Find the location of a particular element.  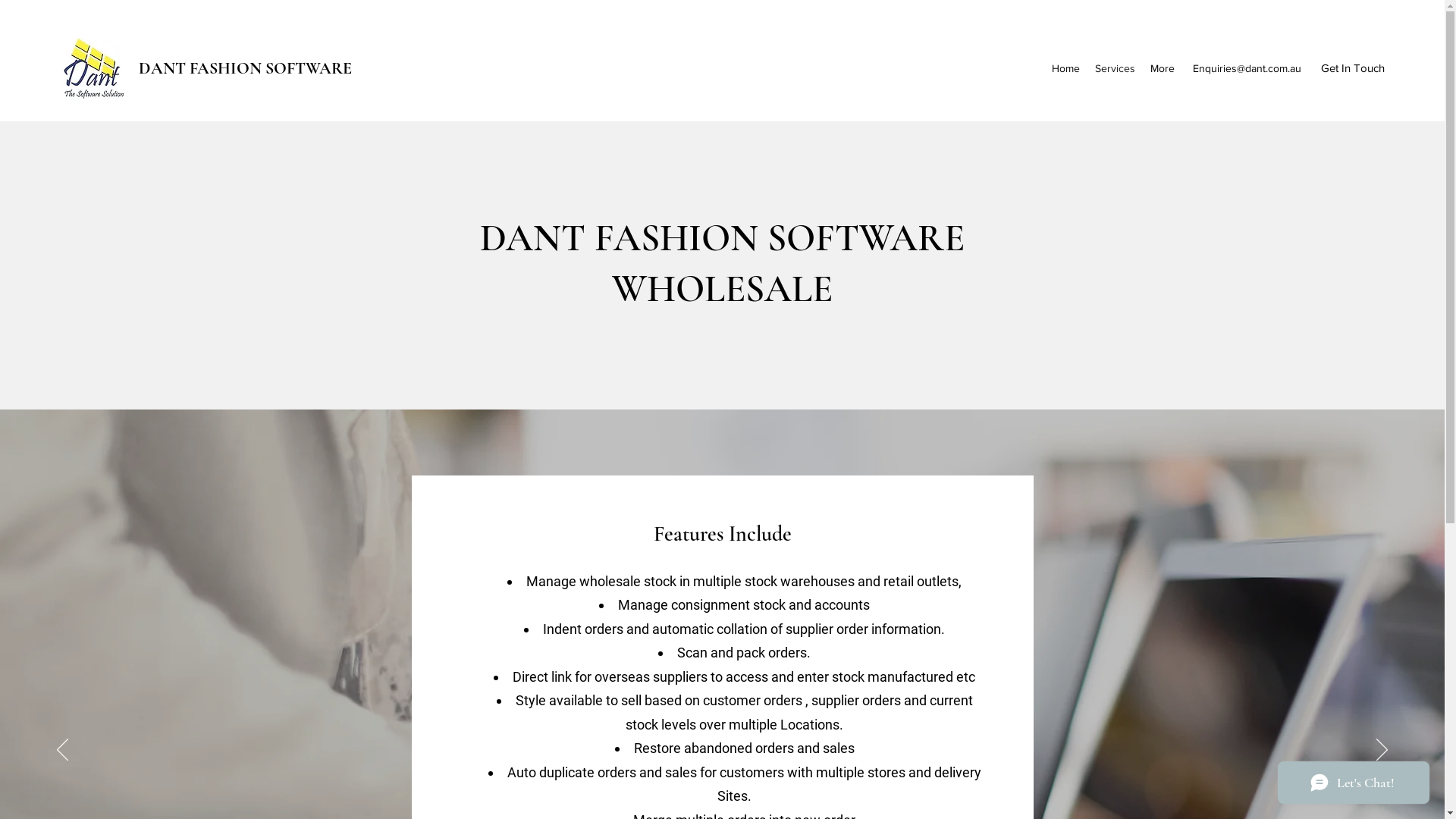

'Enquiries@dant.com.au' is located at coordinates (1247, 67).